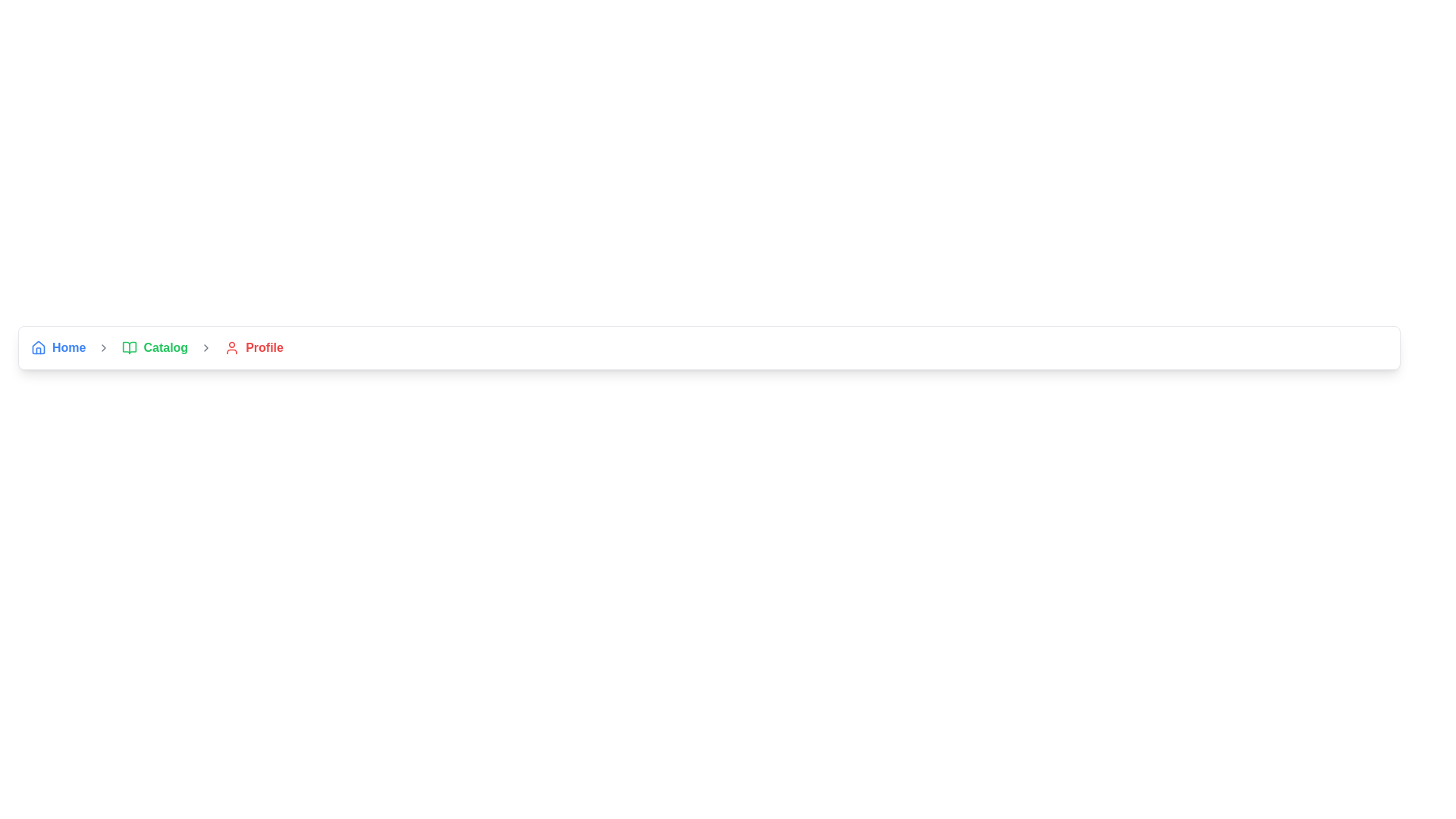 The width and height of the screenshot is (1456, 819). Describe the element at coordinates (39, 348) in the screenshot. I see `the house icon in the navigation bar, which is styled in blue and located next to the label 'Home'` at that location.